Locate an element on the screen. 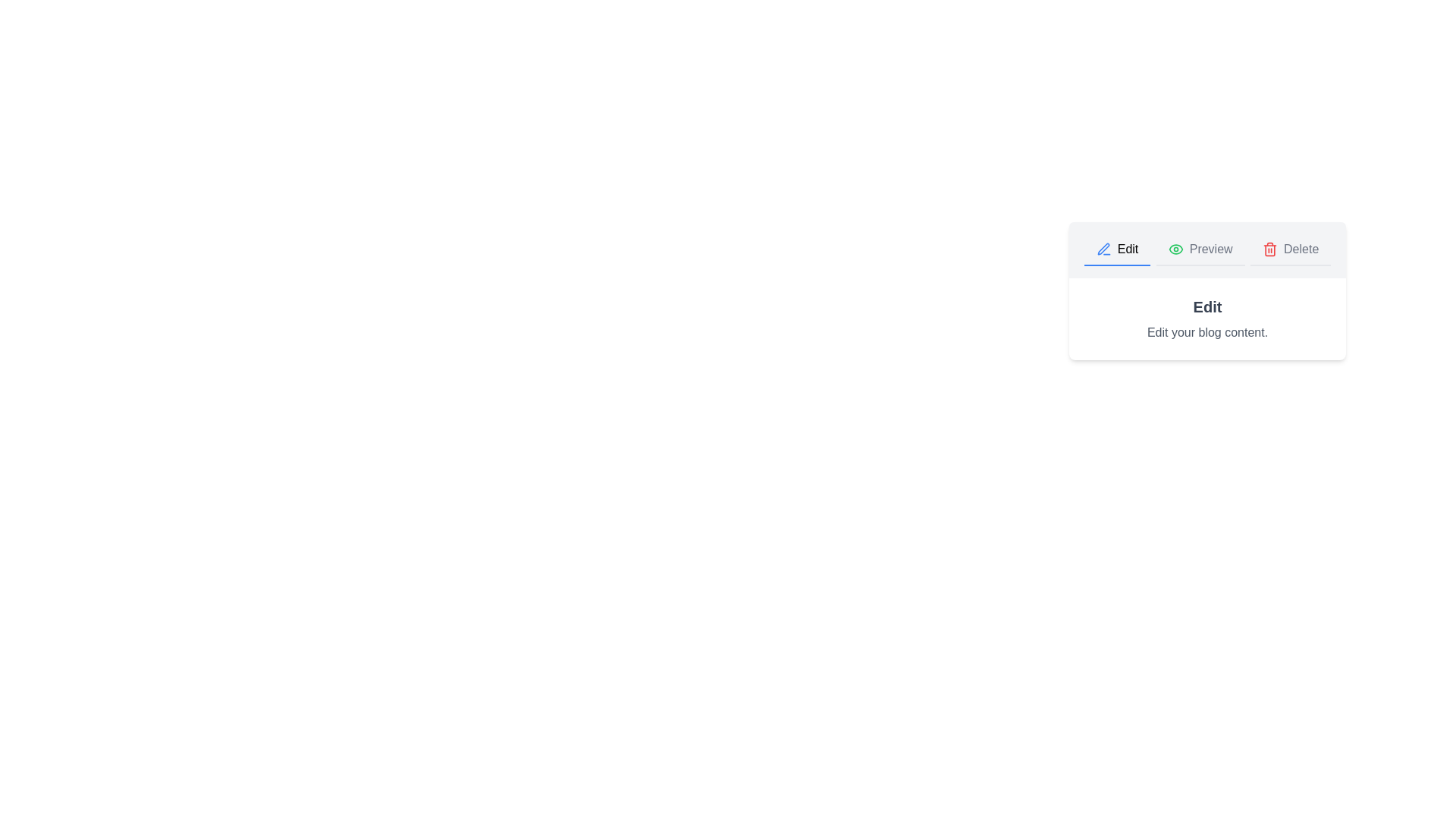  the Edit tab to view its content is located at coordinates (1117, 249).